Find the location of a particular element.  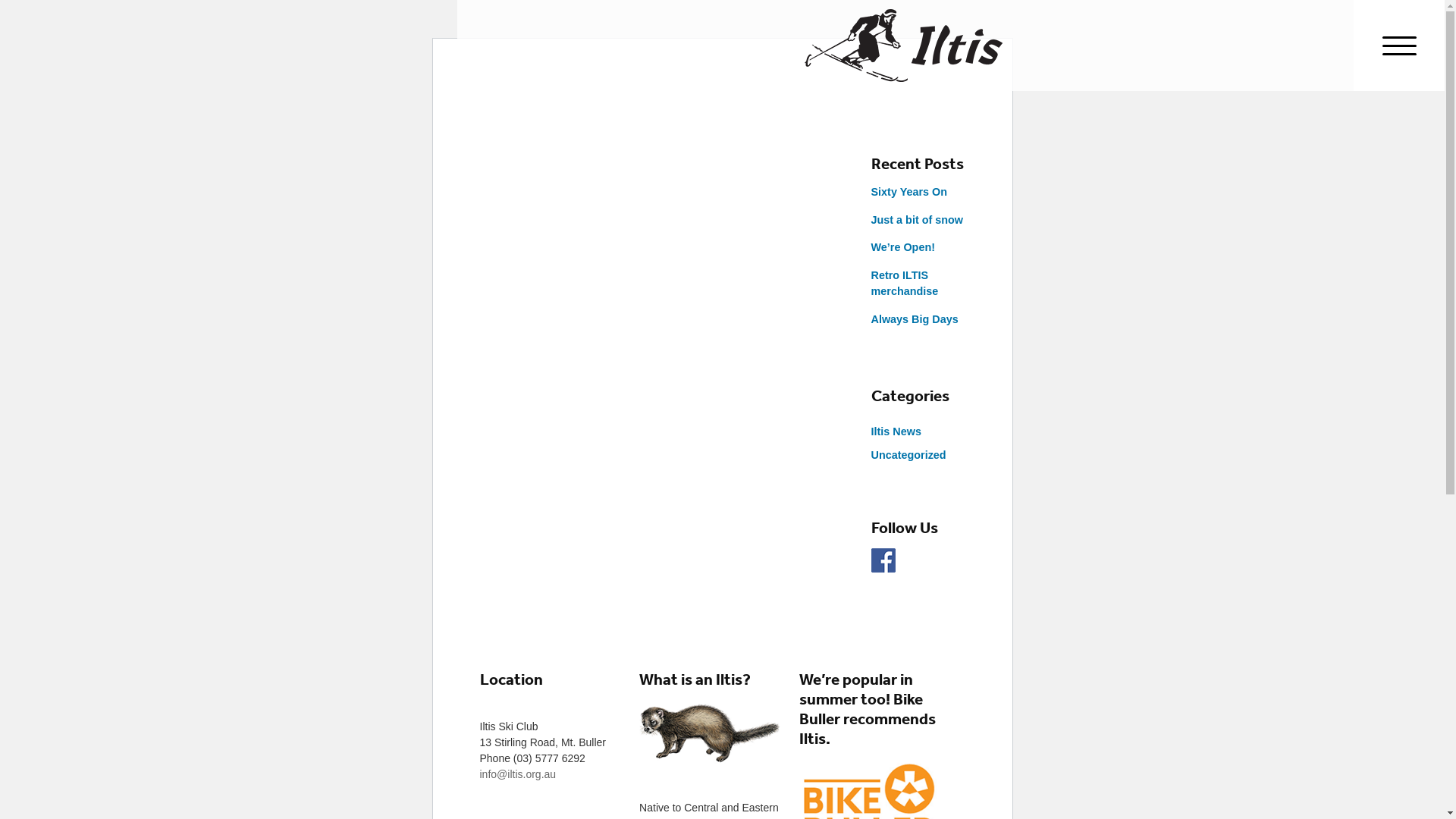

'Uncategorized' is located at coordinates (908, 454).